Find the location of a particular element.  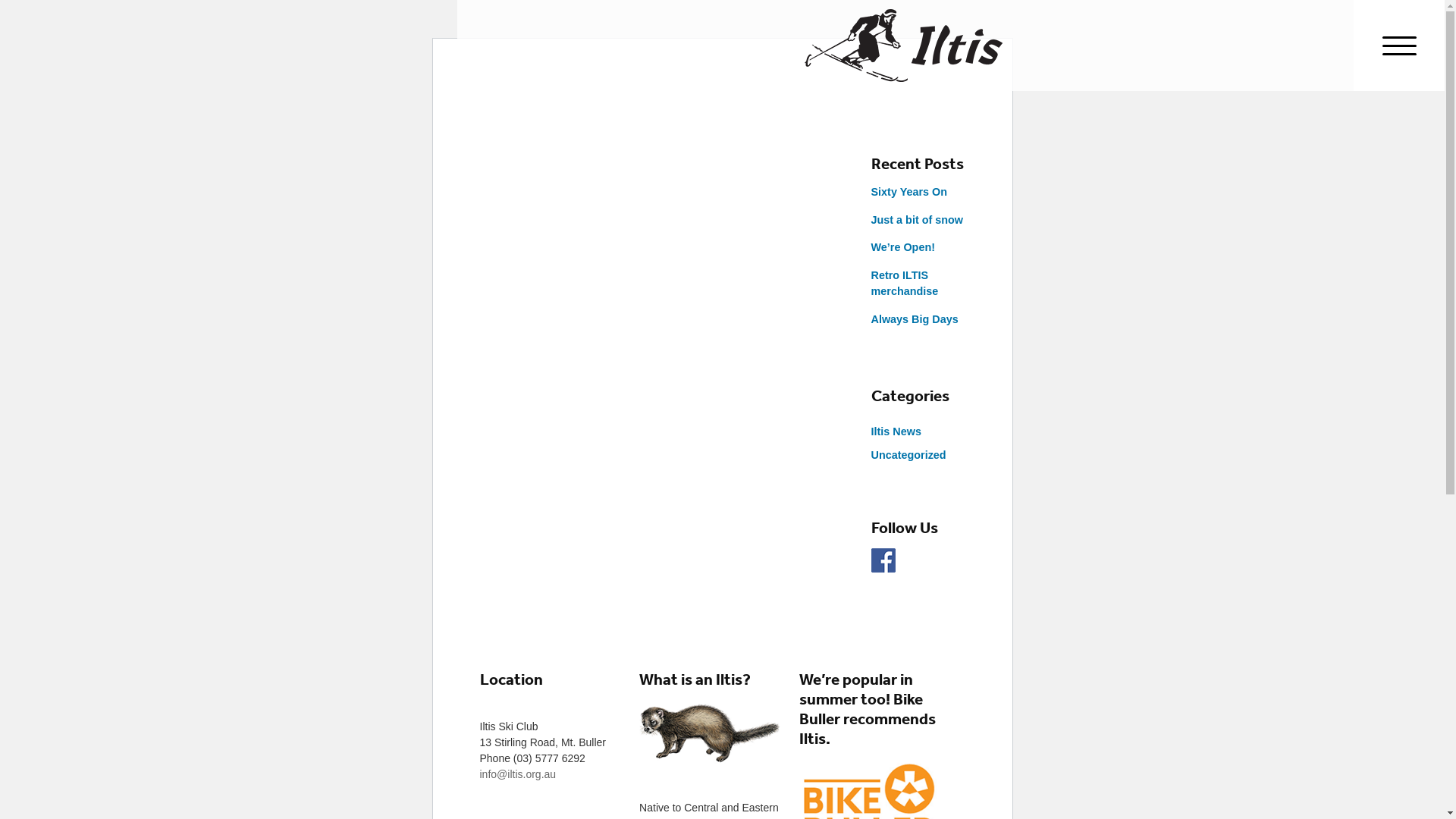

'Uncategorized' is located at coordinates (908, 454).